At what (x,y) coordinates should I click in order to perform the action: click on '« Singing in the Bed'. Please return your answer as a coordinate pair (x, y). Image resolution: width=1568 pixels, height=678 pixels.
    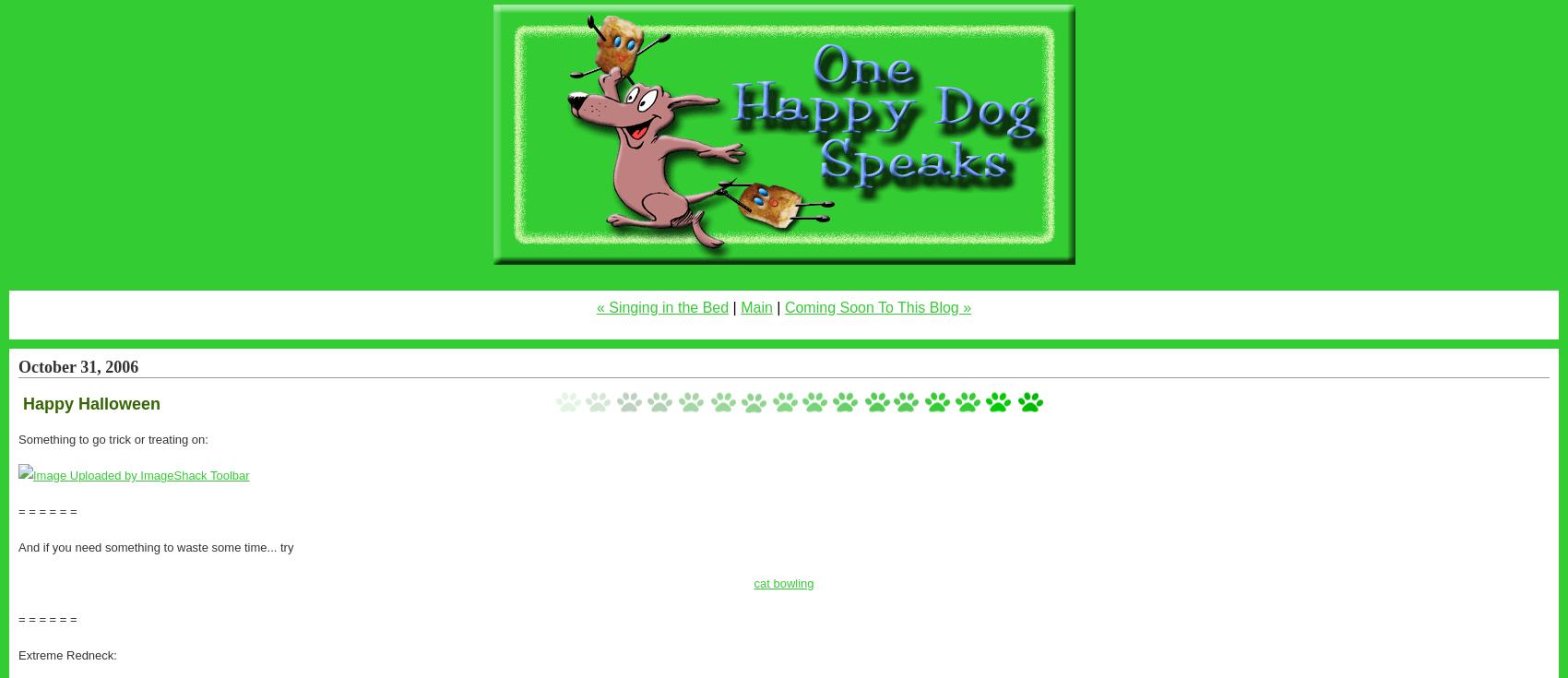
    Looking at the image, I should click on (596, 306).